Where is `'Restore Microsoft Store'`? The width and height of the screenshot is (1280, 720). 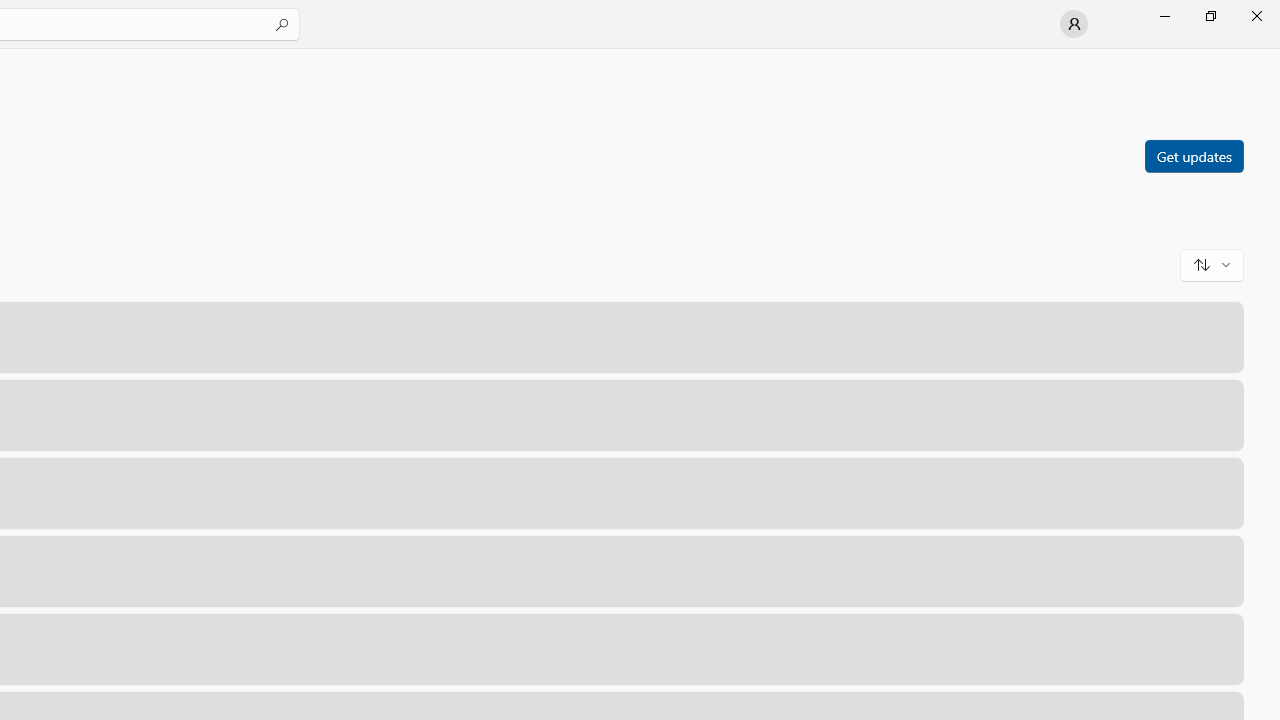
'Restore Microsoft Store' is located at coordinates (1209, 15).